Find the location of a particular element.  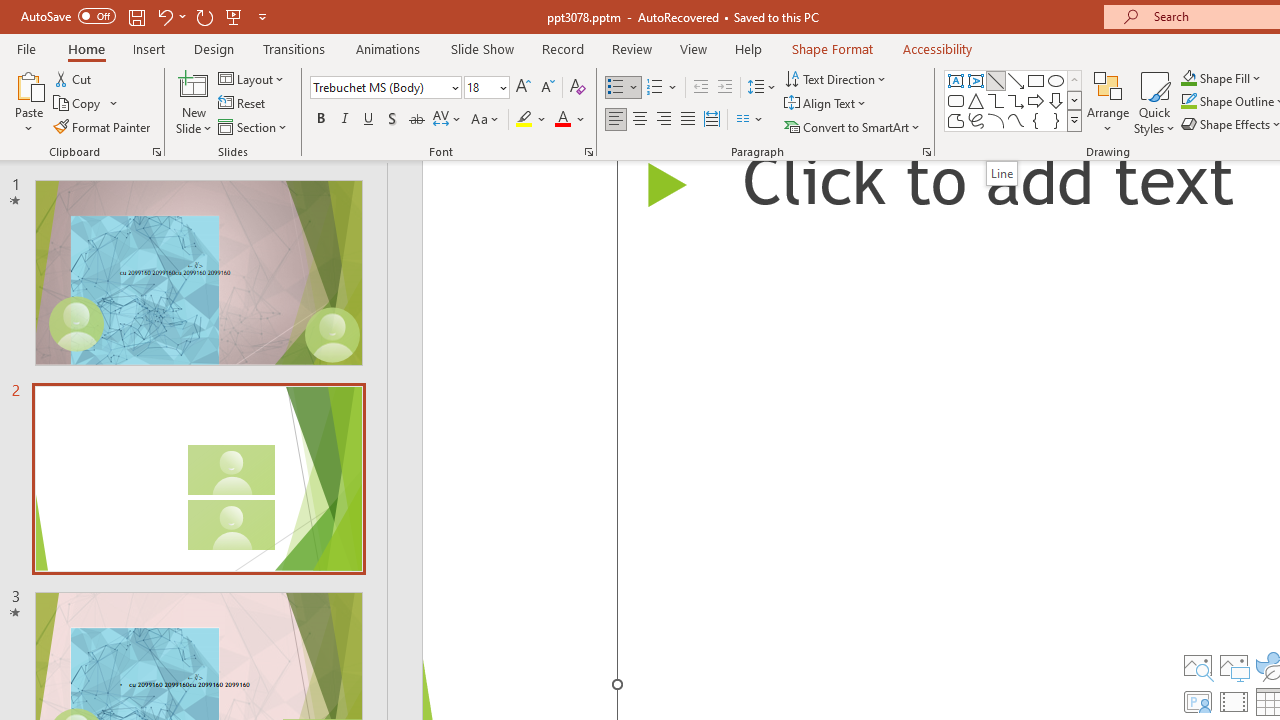

'Text Highlight Color Yellow' is located at coordinates (524, 119).